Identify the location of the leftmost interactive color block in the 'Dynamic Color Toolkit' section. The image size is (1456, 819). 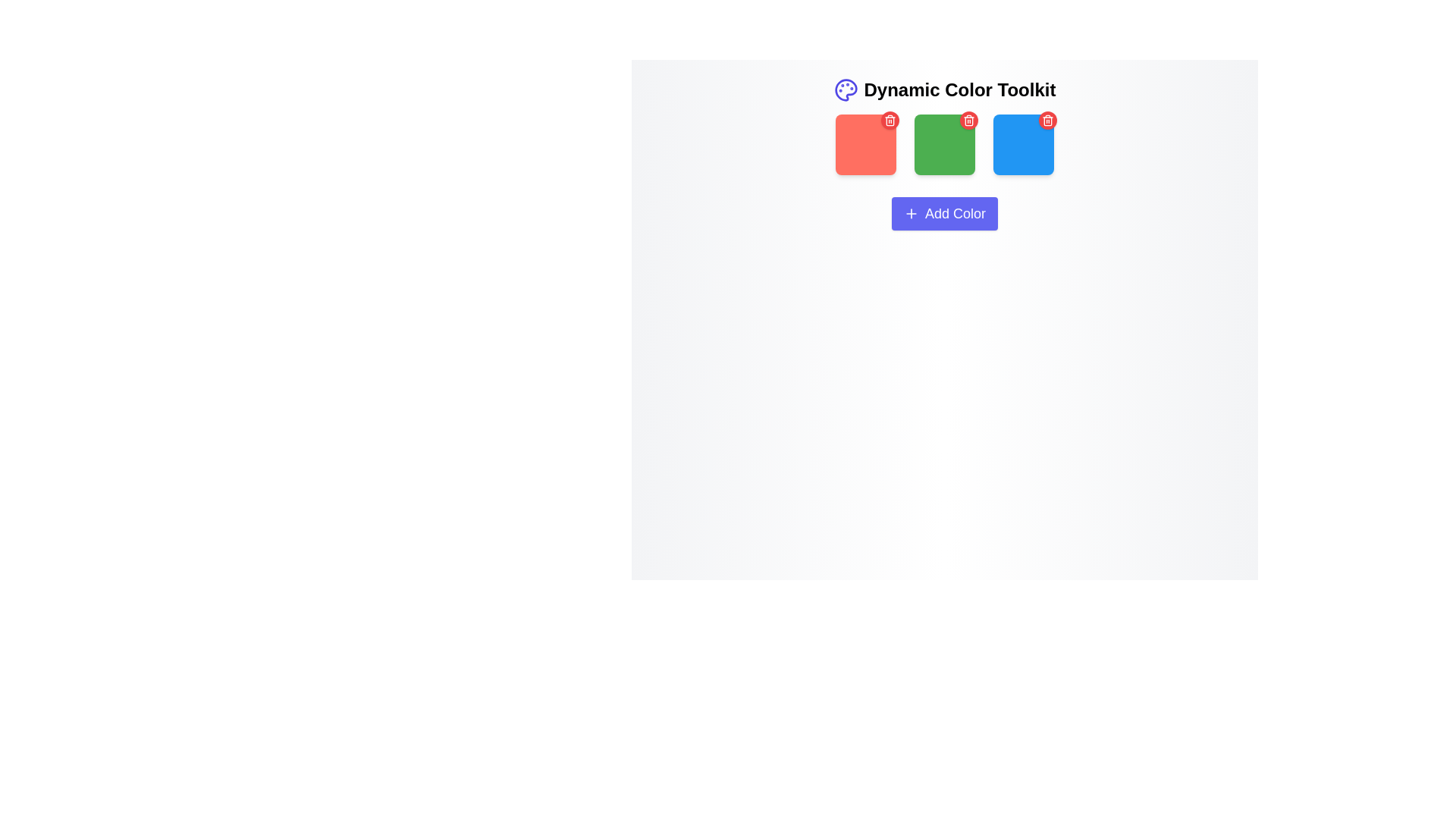
(866, 145).